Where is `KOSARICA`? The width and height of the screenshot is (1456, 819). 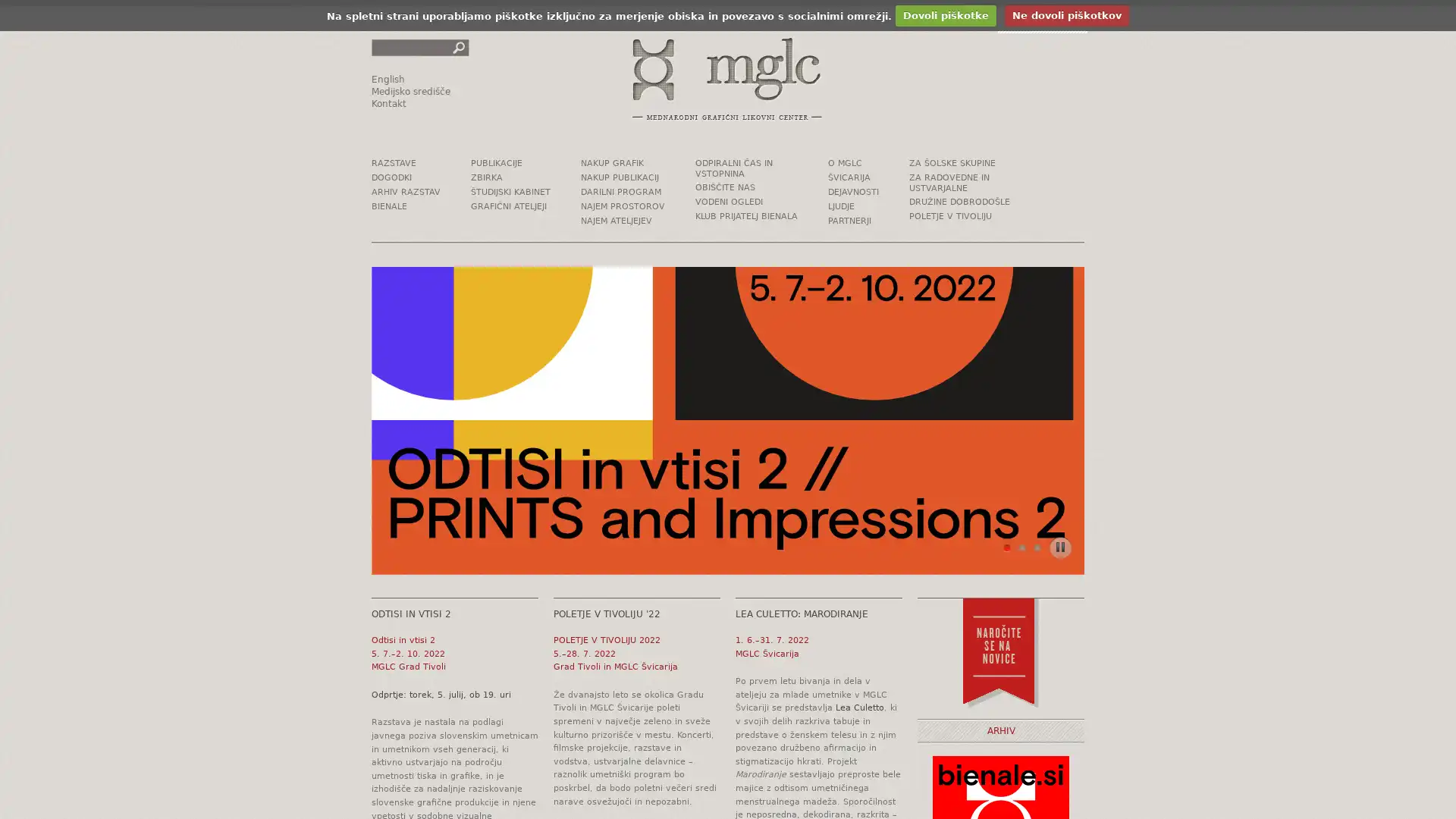 KOSARICA is located at coordinates (1041, 20).